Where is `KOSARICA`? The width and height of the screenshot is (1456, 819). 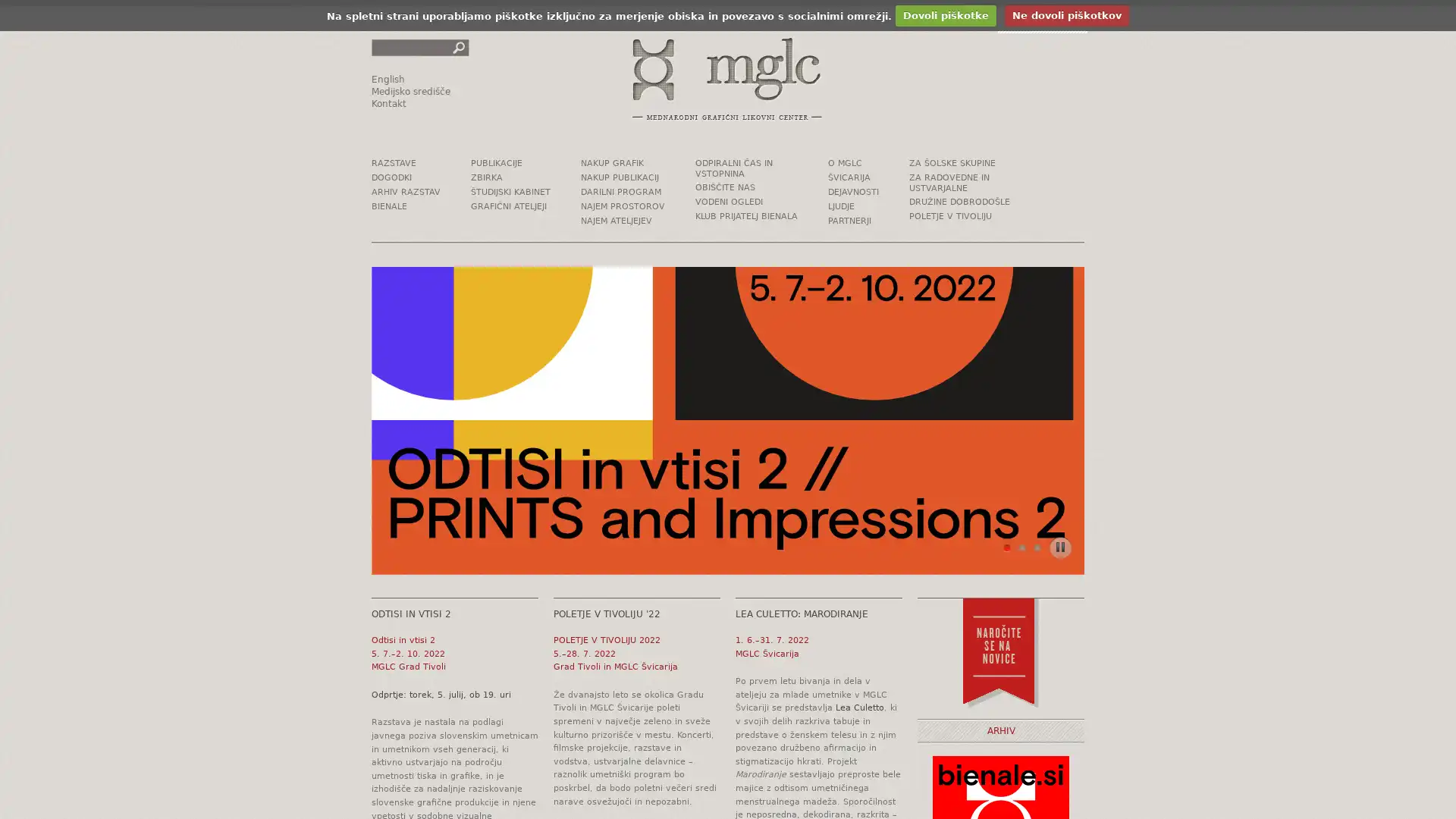 KOSARICA is located at coordinates (1041, 20).